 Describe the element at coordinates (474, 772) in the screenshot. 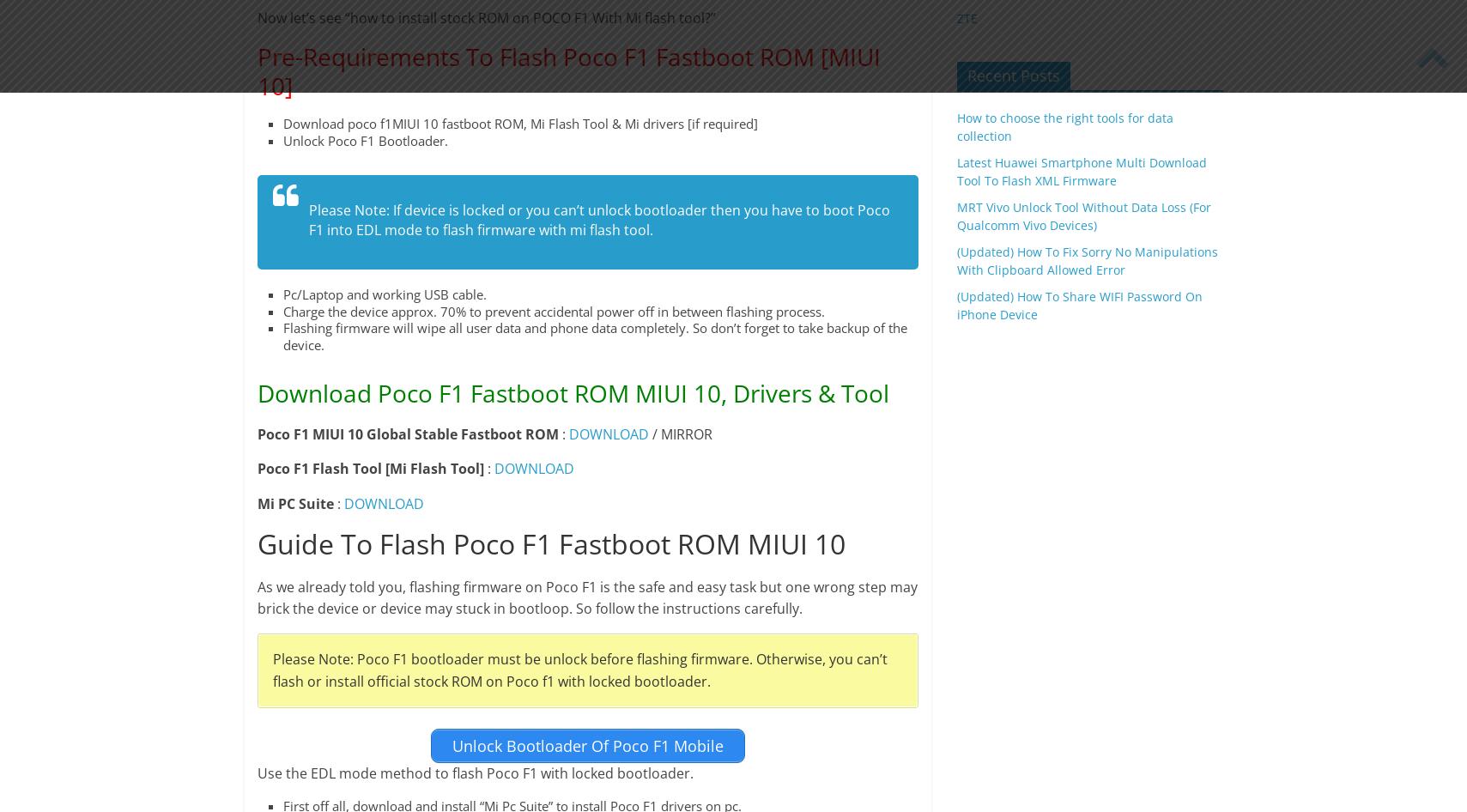

I see `'Use the EDL mode method to flash Poco F1 with locked bootloader.'` at that location.